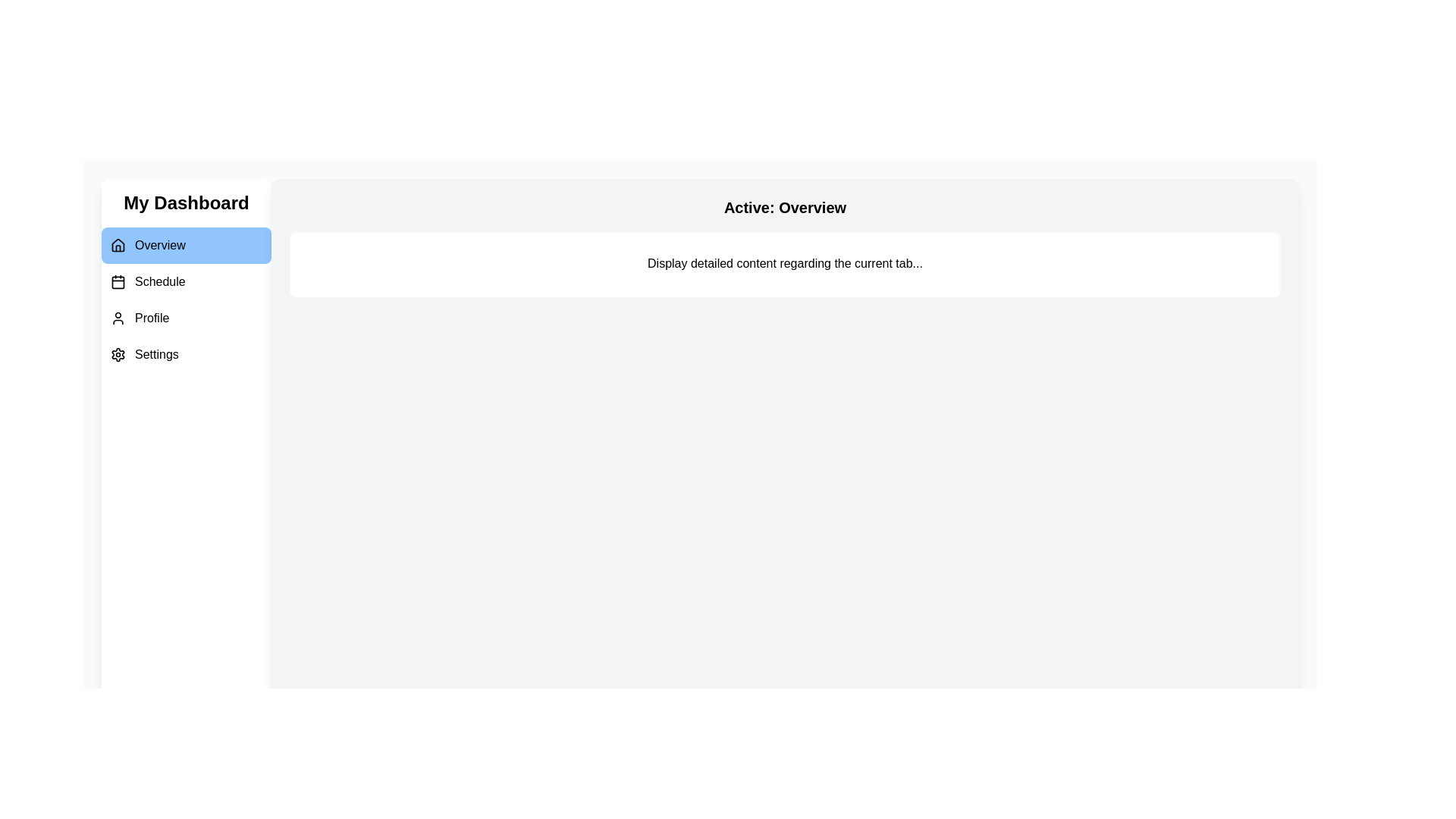  I want to click on the Settings tab, so click(185, 354).